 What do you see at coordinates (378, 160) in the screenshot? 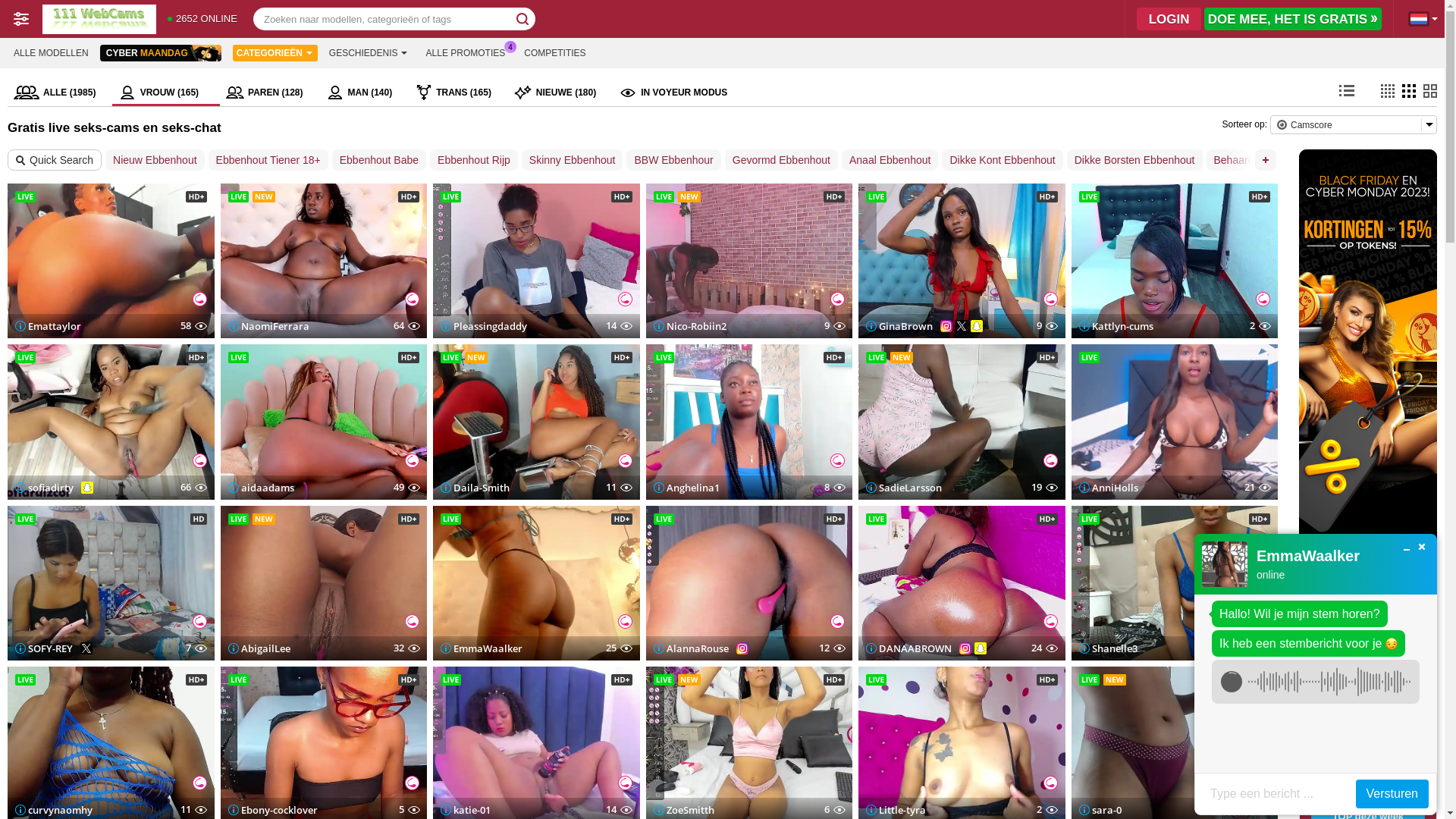
I see `'Ebbenhout Babe'` at bounding box center [378, 160].